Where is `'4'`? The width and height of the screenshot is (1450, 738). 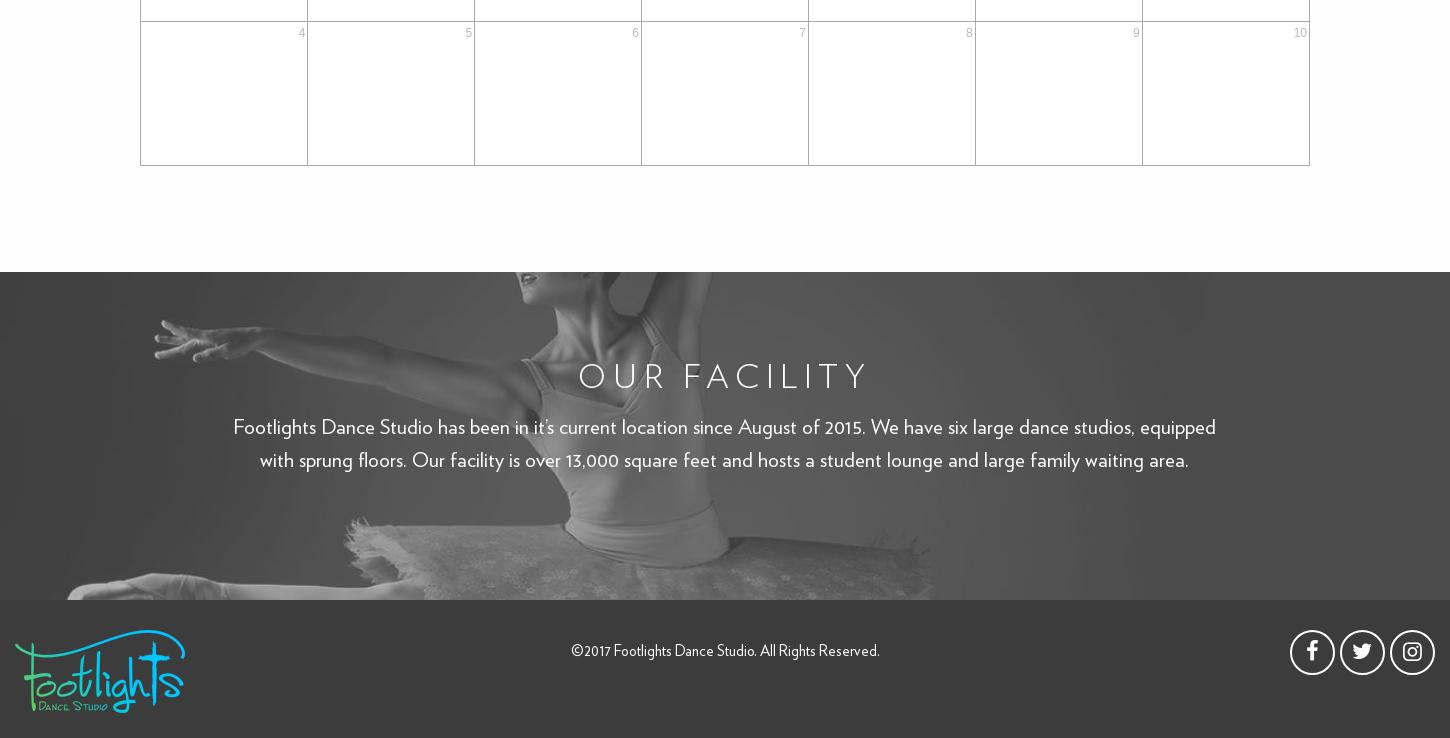 '4' is located at coordinates (301, 31).